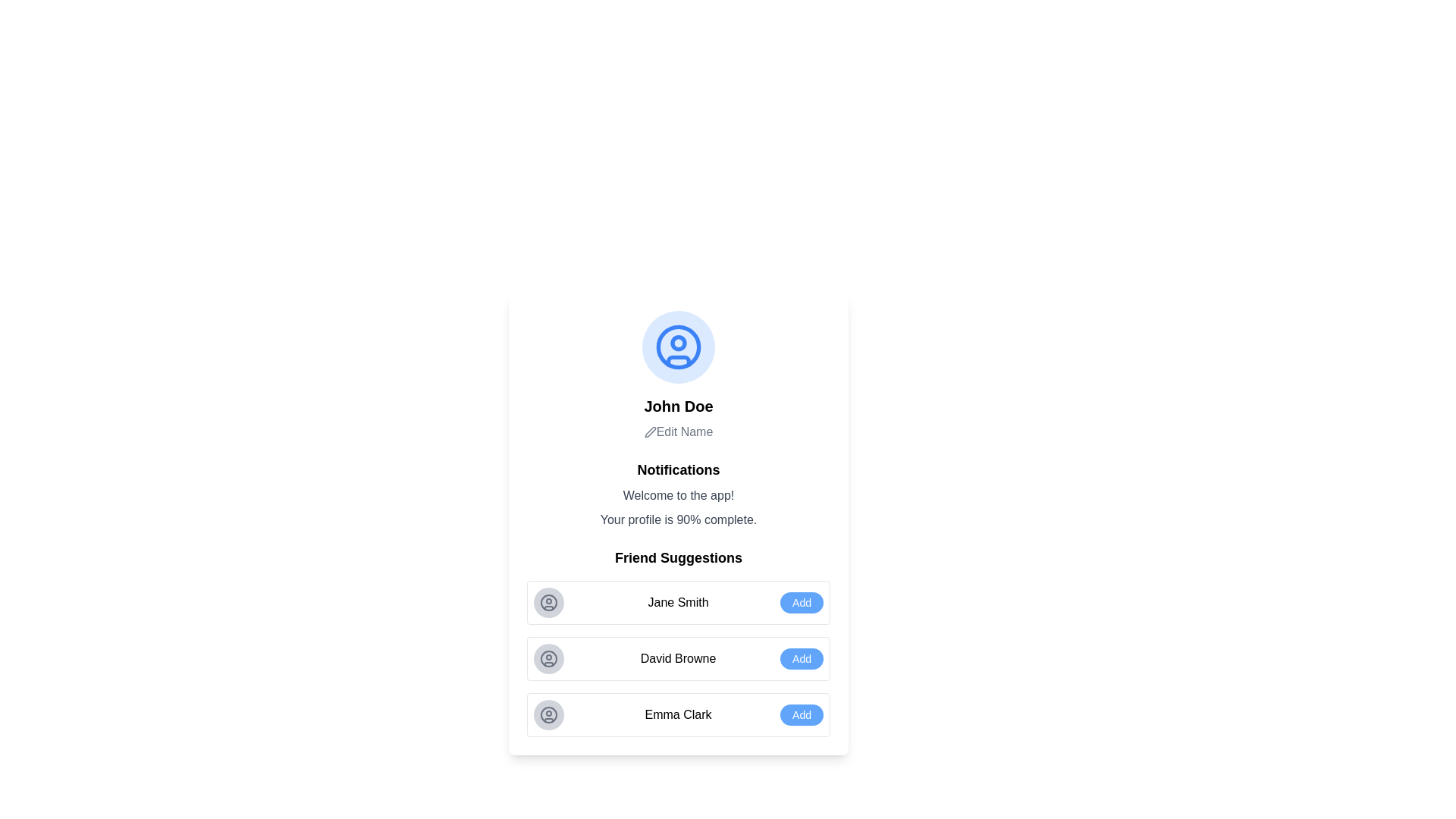 The image size is (1456, 819). I want to click on the circular icon with a grey background and a user-profile outline symbol, which is located in the 'David Browne' suggestion row as the leftmost element, so click(548, 657).